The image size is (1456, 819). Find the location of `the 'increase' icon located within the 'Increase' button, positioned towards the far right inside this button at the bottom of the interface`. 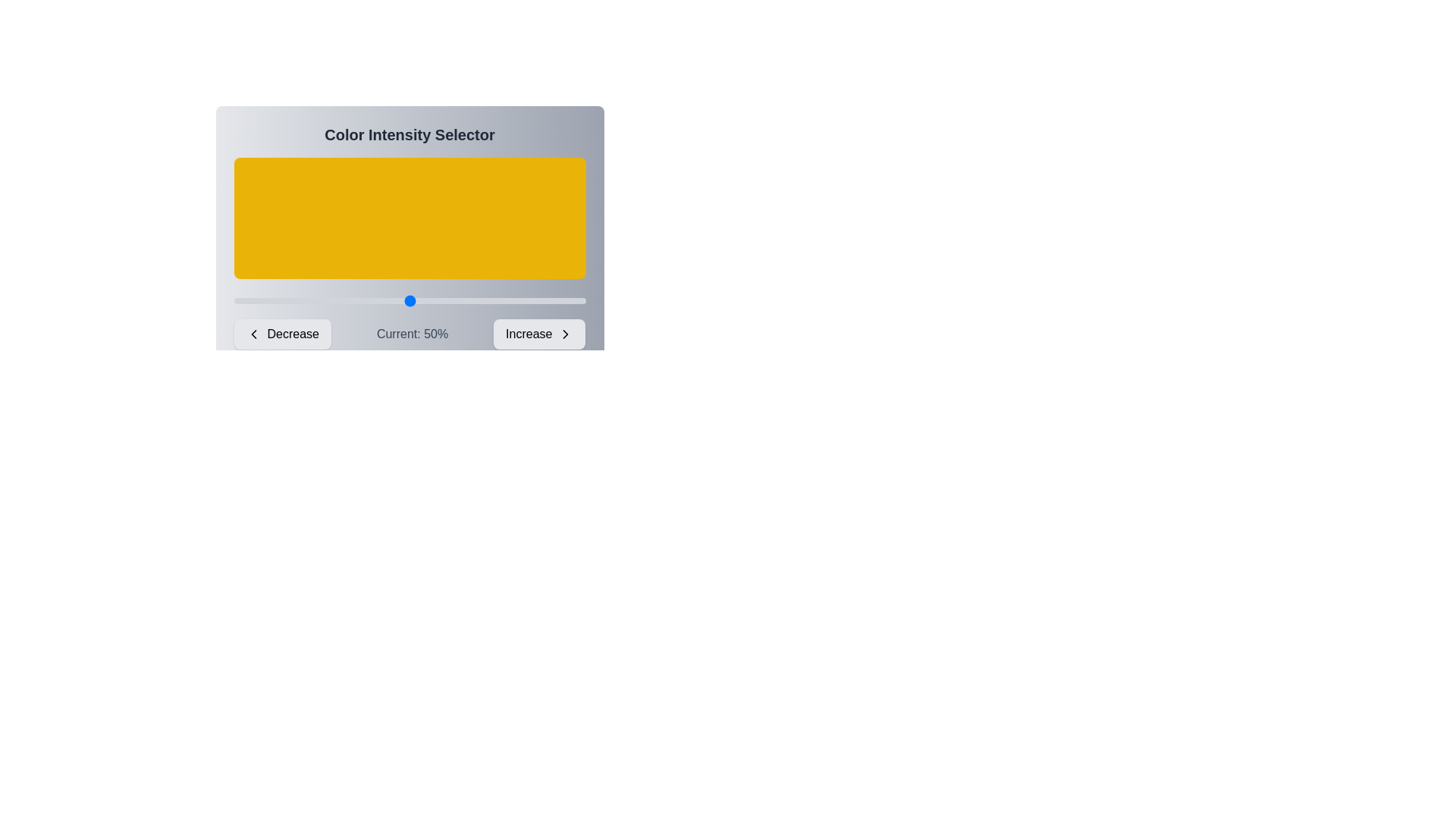

the 'increase' icon located within the 'Increase' button, positioned towards the far right inside this button at the bottom of the interface is located at coordinates (565, 333).